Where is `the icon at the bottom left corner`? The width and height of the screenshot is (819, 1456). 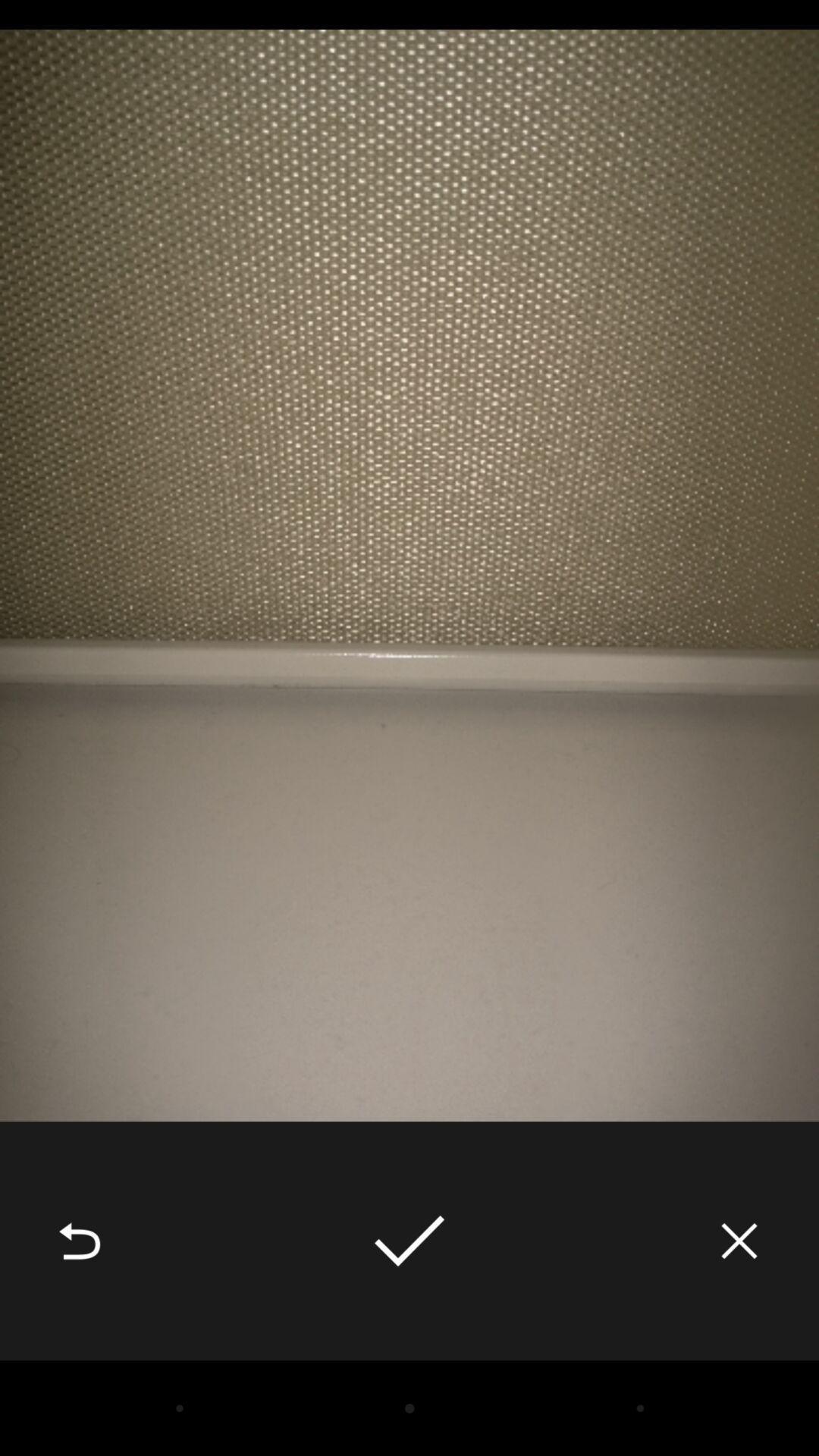
the icon at the bottom left corner is located at coordinates (79, 1241).